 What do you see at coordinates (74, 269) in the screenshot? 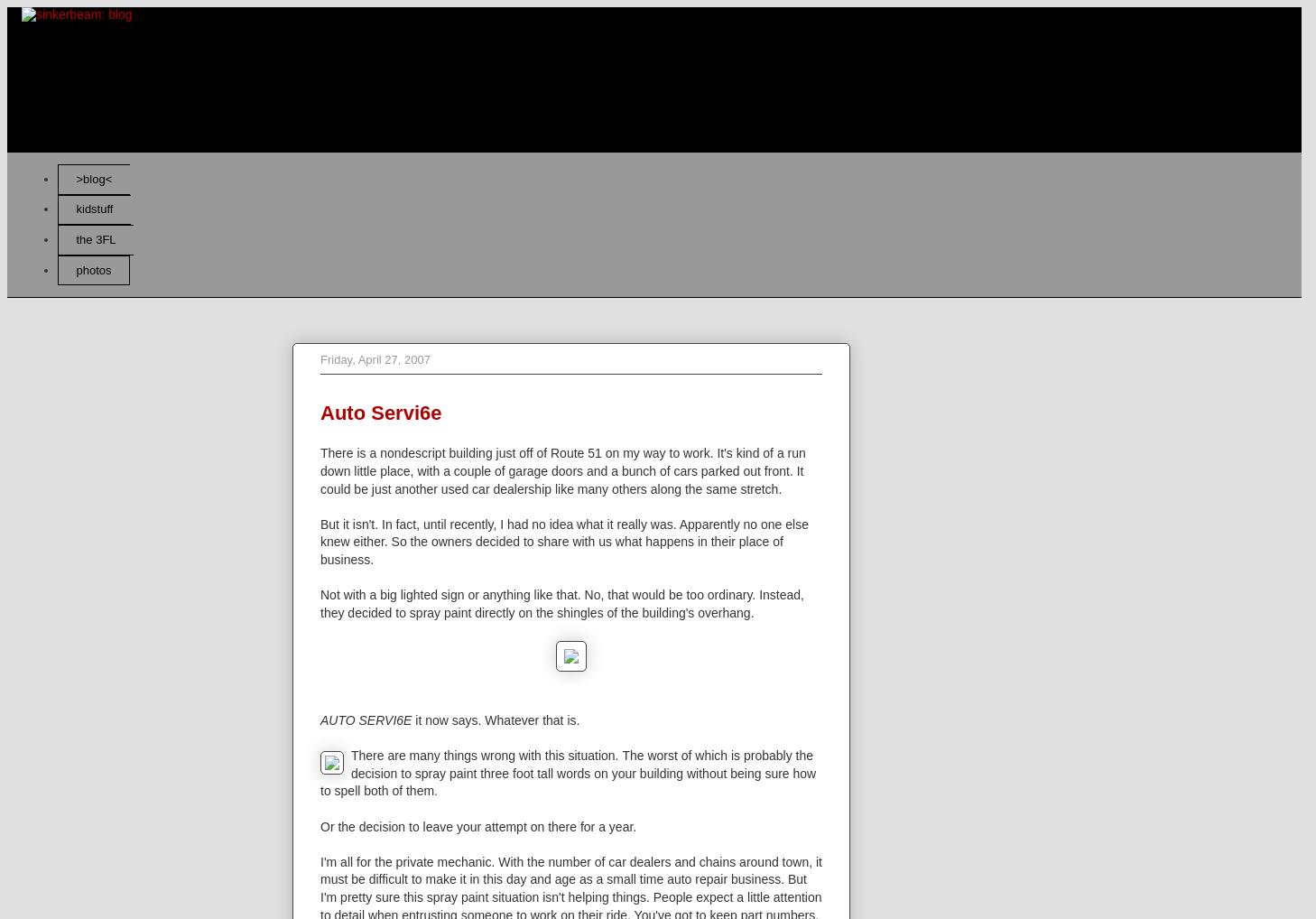
I see `'photos'` at bounding box center [74, 269].